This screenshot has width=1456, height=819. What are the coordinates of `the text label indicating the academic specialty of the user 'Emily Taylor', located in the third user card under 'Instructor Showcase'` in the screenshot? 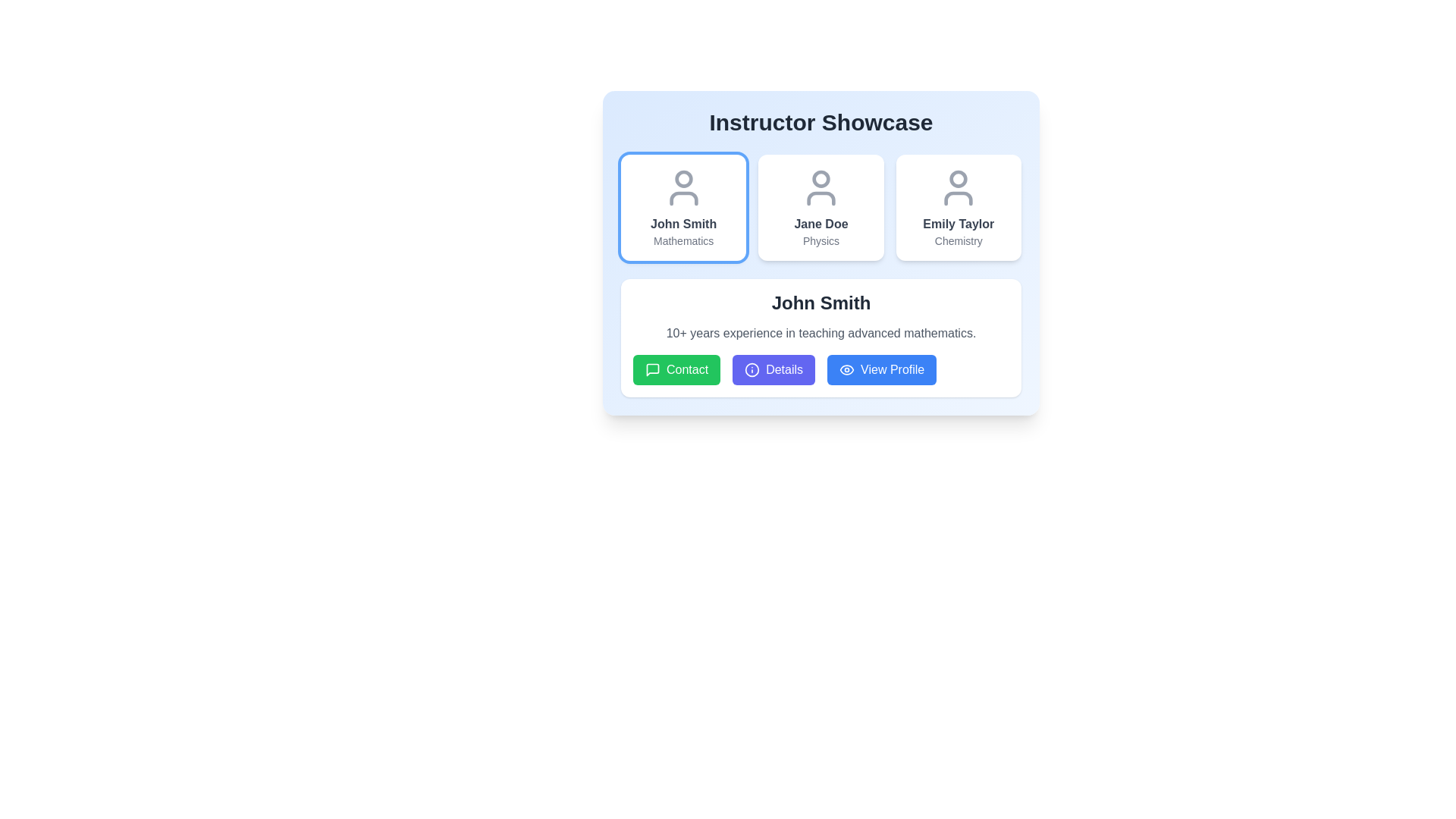 It's located at (958, 240).